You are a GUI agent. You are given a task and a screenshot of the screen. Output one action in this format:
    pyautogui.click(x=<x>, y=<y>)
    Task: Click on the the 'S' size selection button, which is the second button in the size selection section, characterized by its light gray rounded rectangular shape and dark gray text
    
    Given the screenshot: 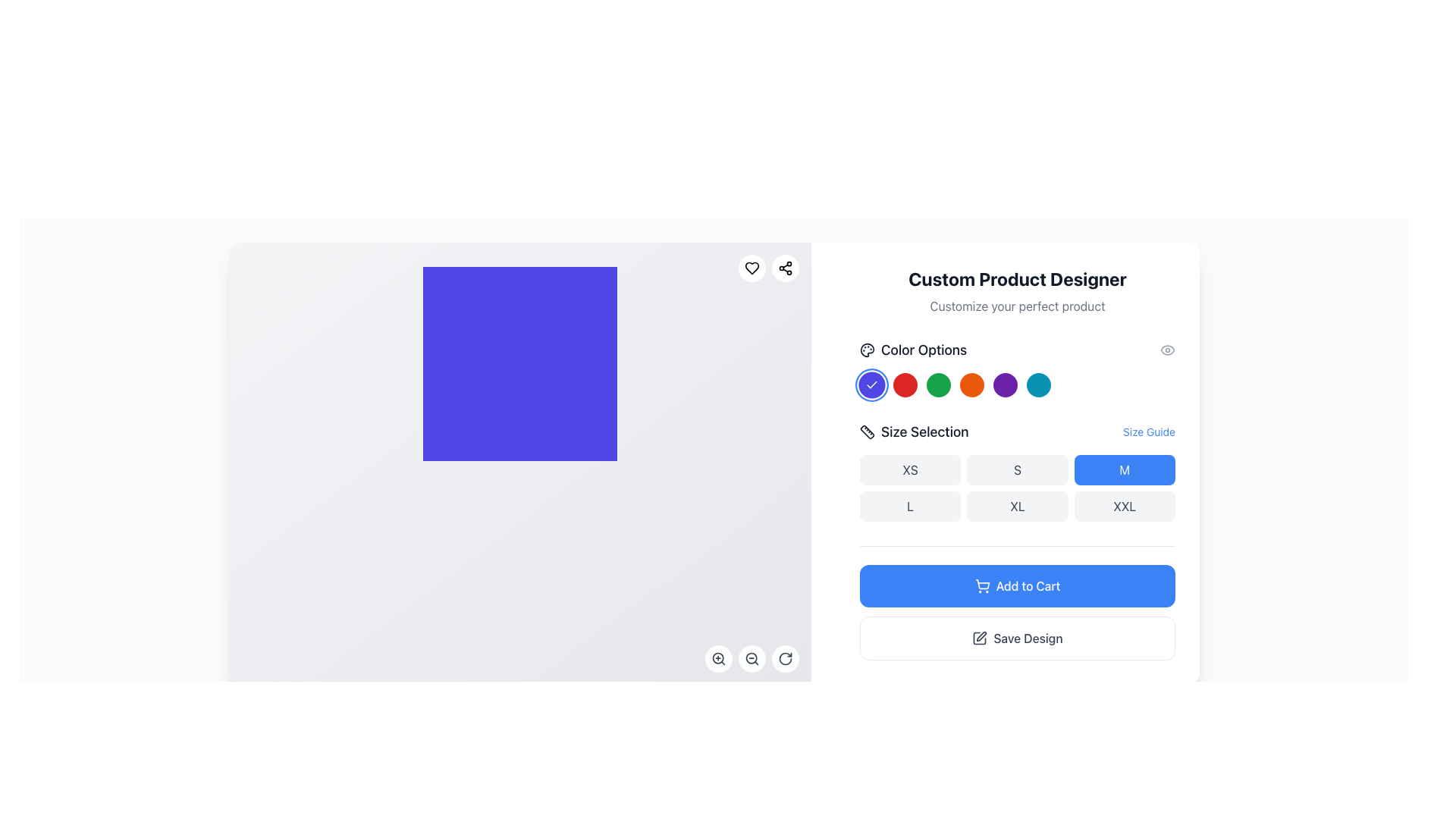 What is the action you would take?
    pyautogui.click(x=1016, y=469)
    